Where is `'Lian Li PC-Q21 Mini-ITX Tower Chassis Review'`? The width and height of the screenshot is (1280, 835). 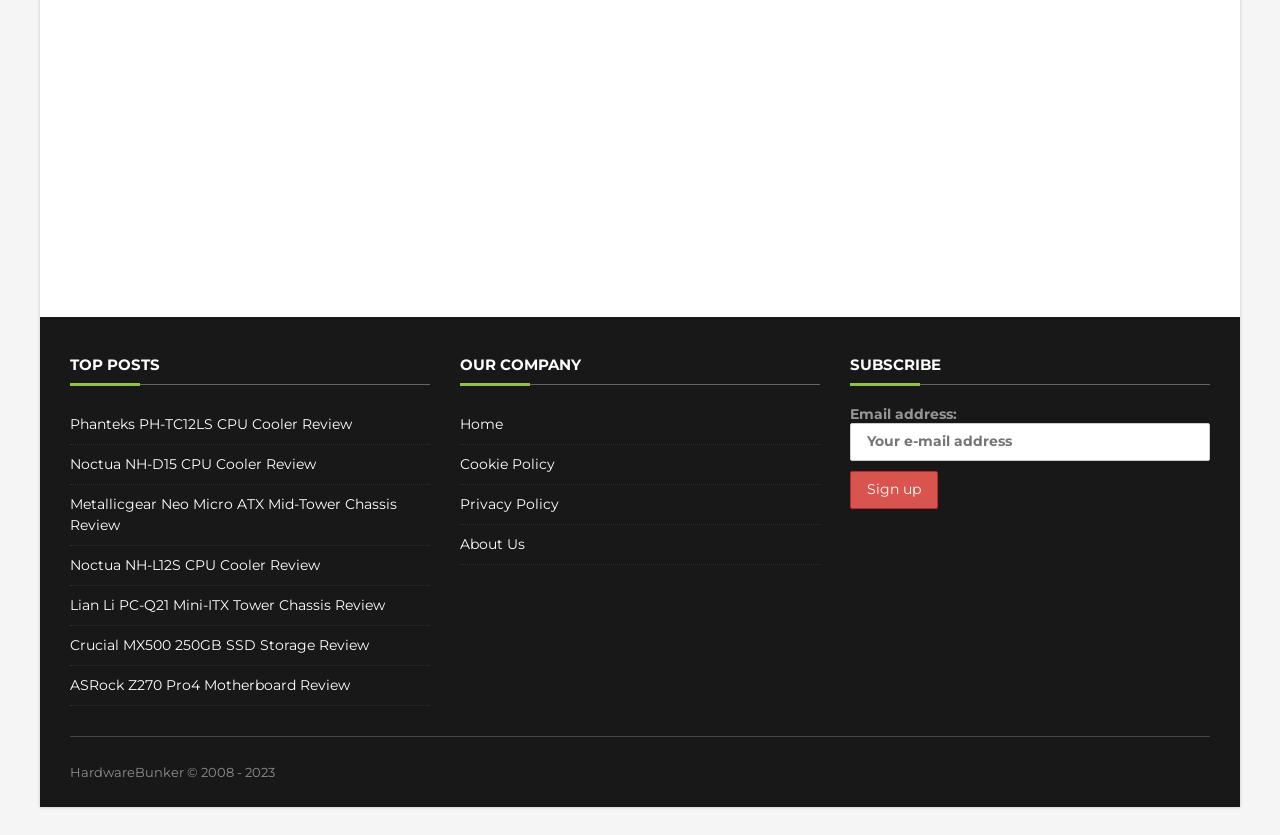
'Lian Li PC-Q21 Mini-ITX Tower Chassis Review' is located at coordinates (227, 604).